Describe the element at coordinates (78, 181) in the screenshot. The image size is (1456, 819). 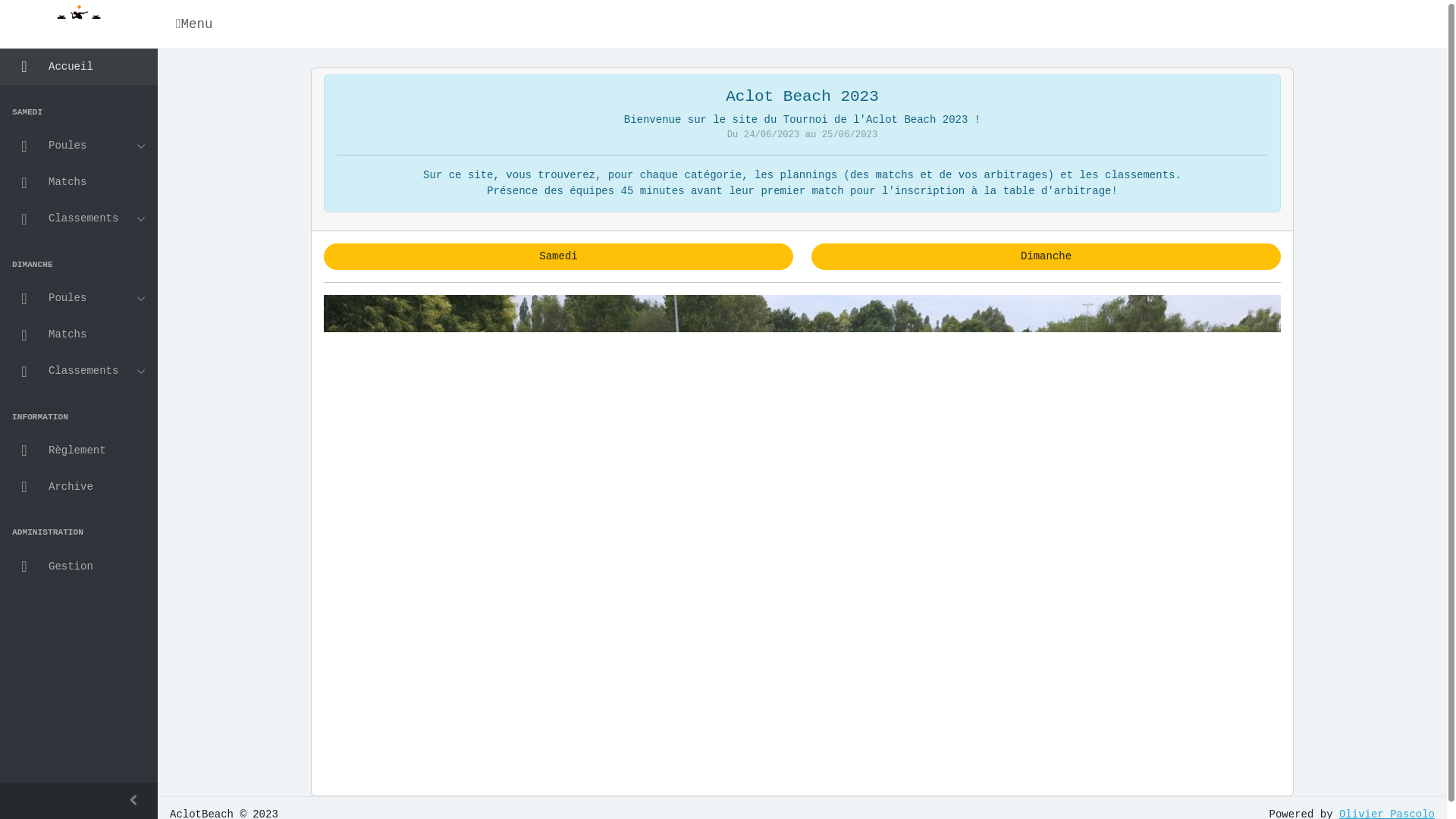
I see `'Matchs'` at that location.